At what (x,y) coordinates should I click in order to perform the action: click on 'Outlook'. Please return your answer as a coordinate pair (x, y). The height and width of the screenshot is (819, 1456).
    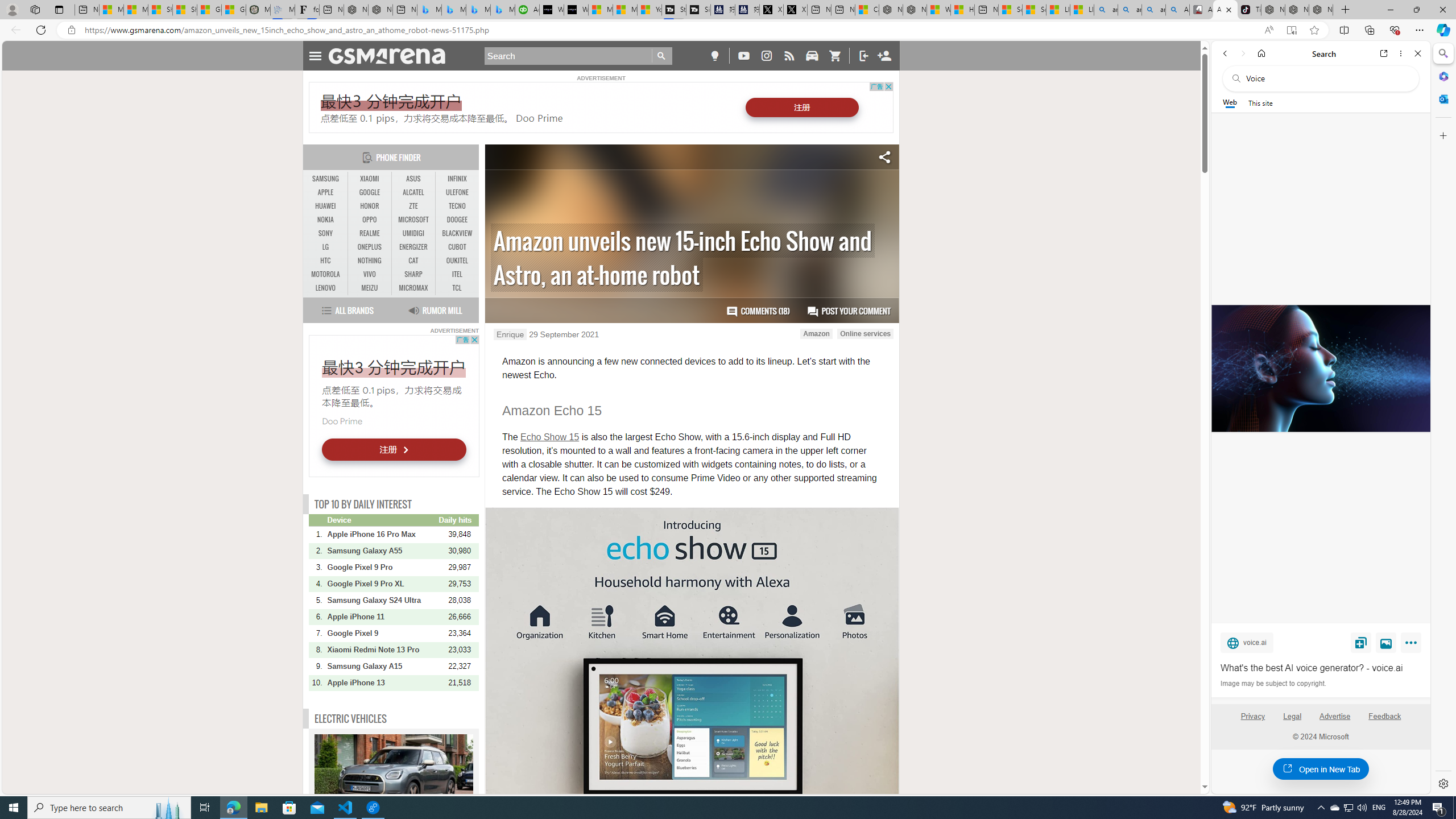
    Looking at the image, I should click on (1442, 98).